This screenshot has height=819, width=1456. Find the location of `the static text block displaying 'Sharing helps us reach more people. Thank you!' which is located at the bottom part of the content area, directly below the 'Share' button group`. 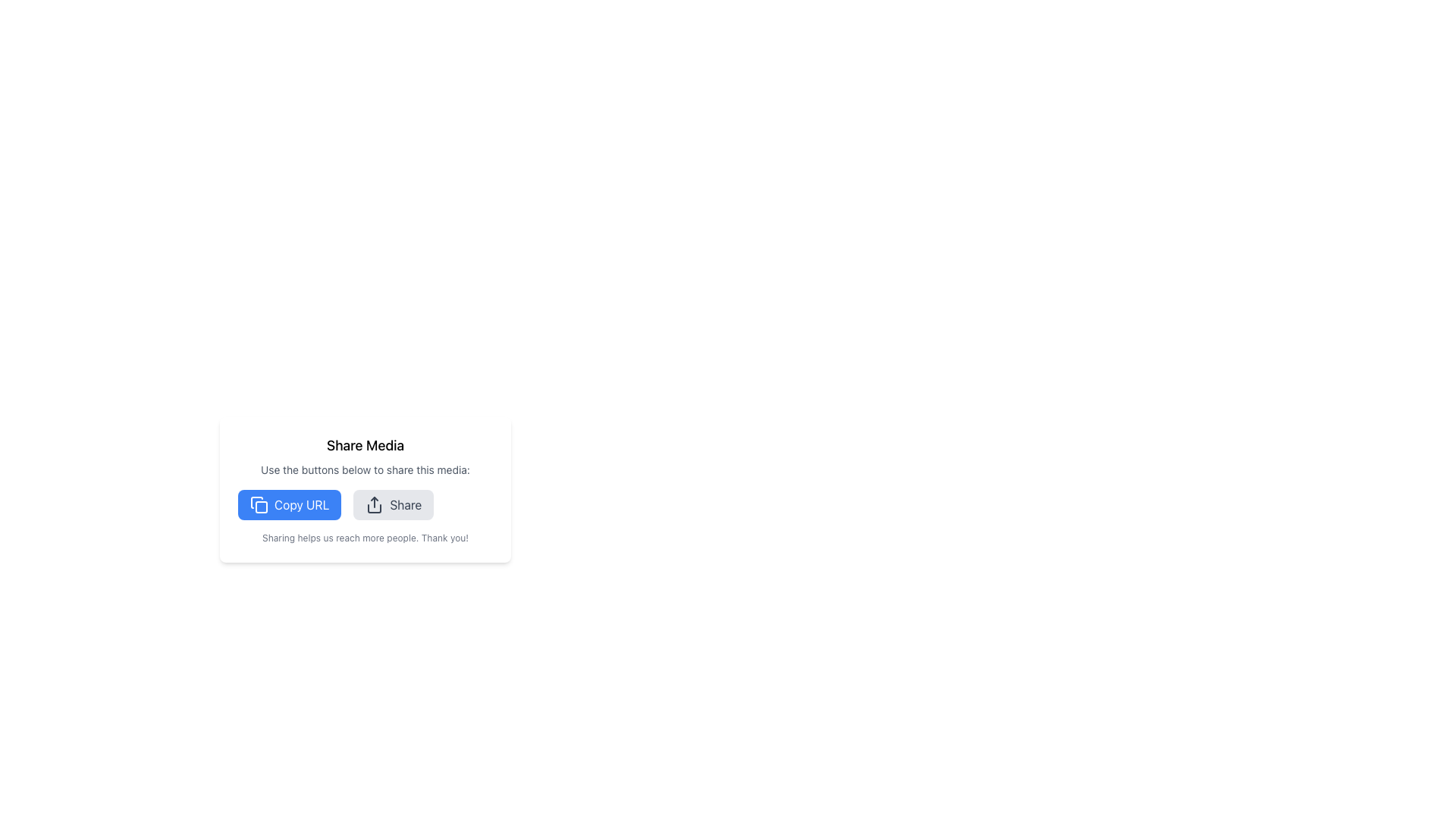

the static text block displaying 'Sharing helps us reach more people. Thank you!' which is located at the bottom part of the content area, directly below the 'Share' button group is located at coordinates (365, 537).